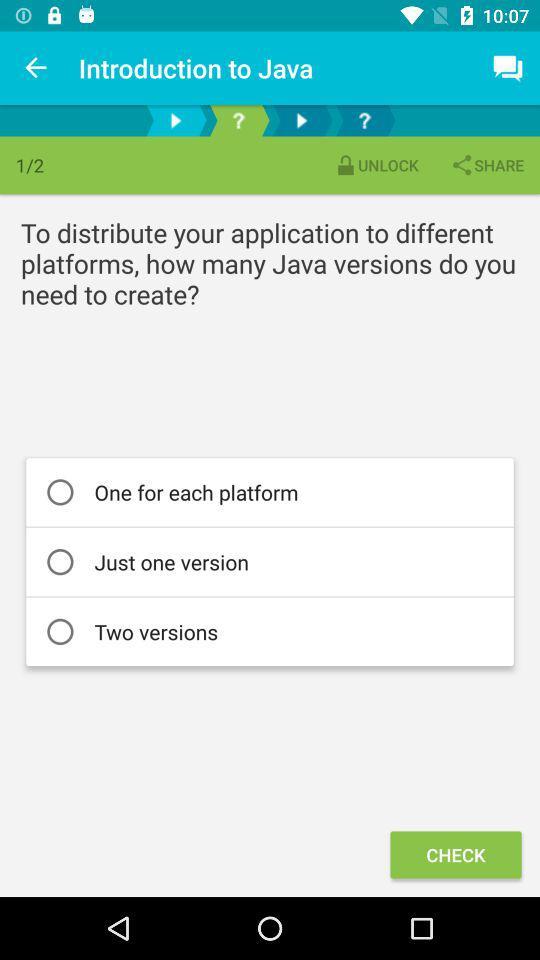  Describe the element at coordinates (455, 853) in the screenshot. I see `the check at the bottom right corner` at that location.